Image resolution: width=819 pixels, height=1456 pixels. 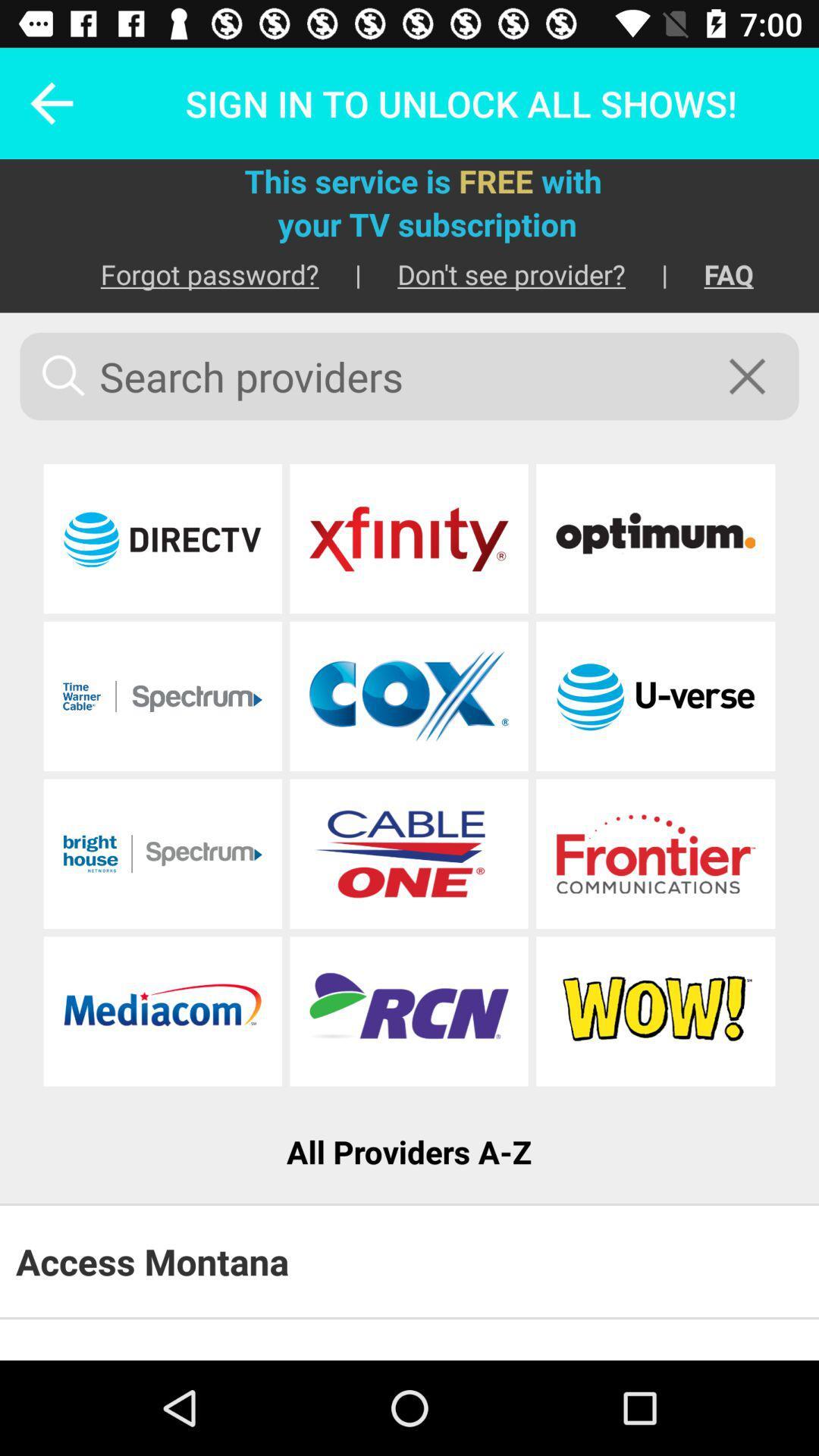 I want to click on icon below the faq, so click(x=757, y=376).